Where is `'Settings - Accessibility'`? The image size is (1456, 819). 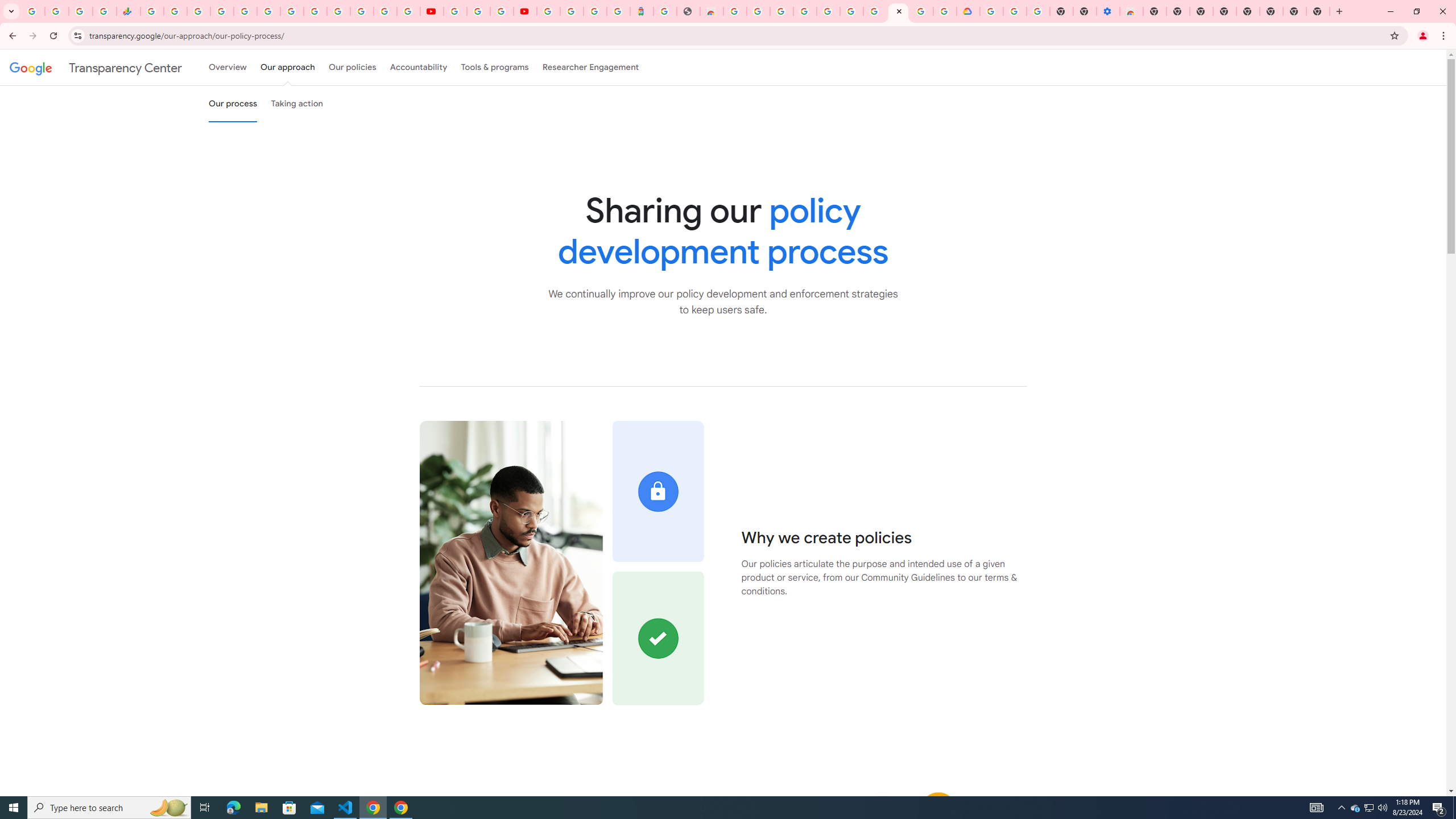 'Settings - Accessibility' is located at coordinates (1108, 11).